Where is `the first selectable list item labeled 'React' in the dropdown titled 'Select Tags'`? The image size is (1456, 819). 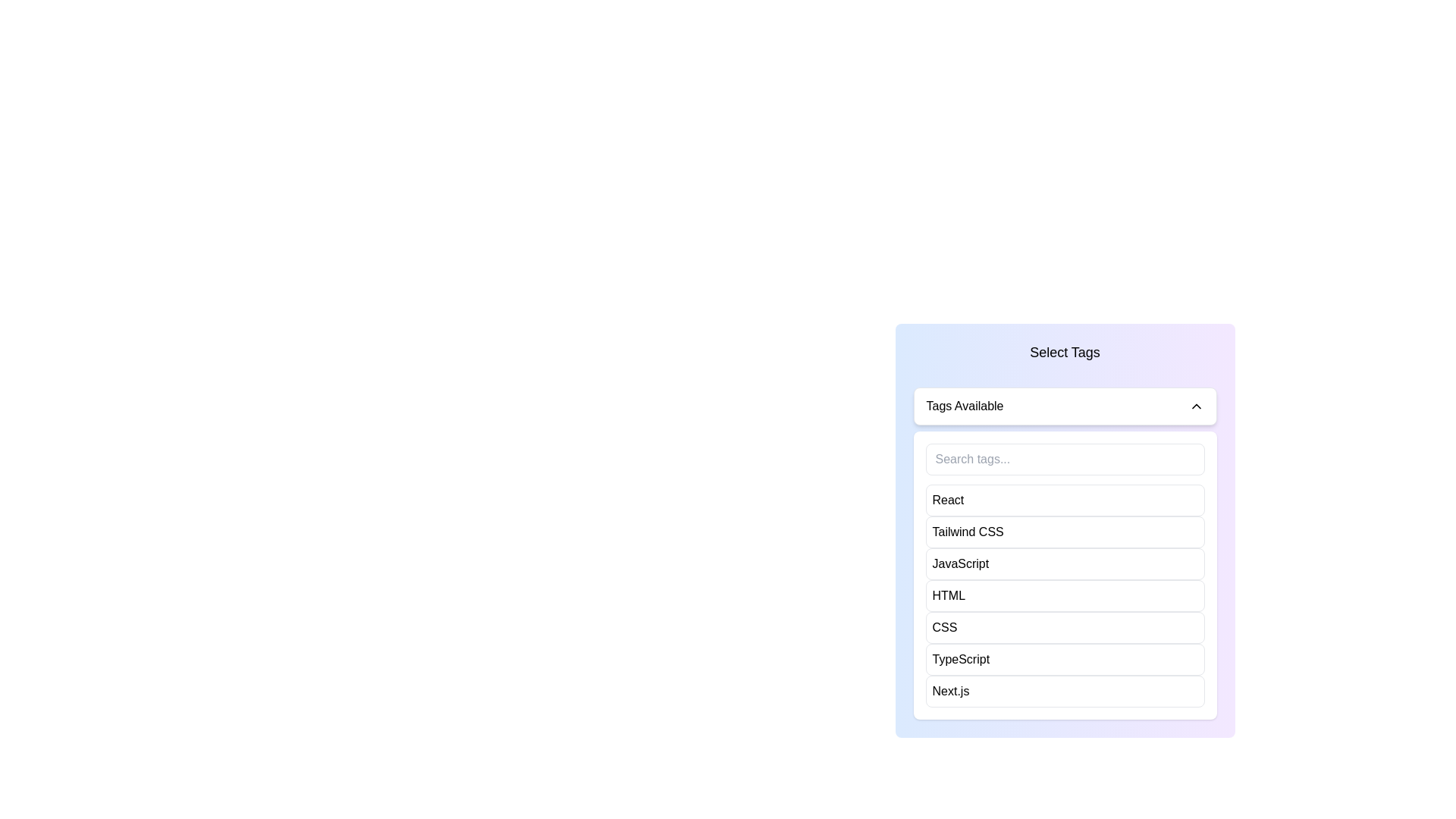
the first selectable list item labeled 'React' in the dropdown titled 'Select Tags' is located at coordinates (946, 500).